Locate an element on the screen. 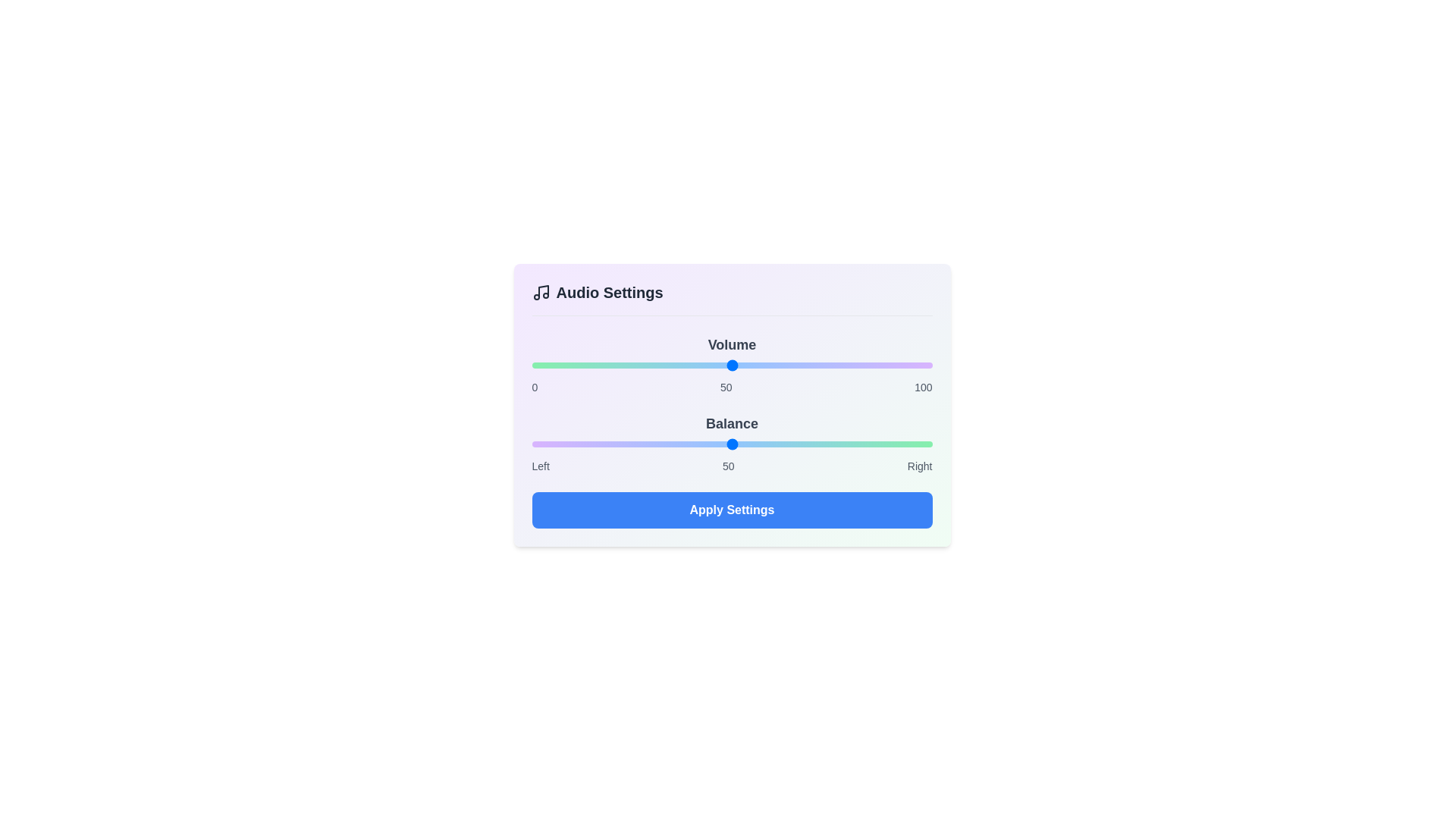 The width and height of the screenshot is (1456, 819). the volume level is located at coordinates (711, 366).